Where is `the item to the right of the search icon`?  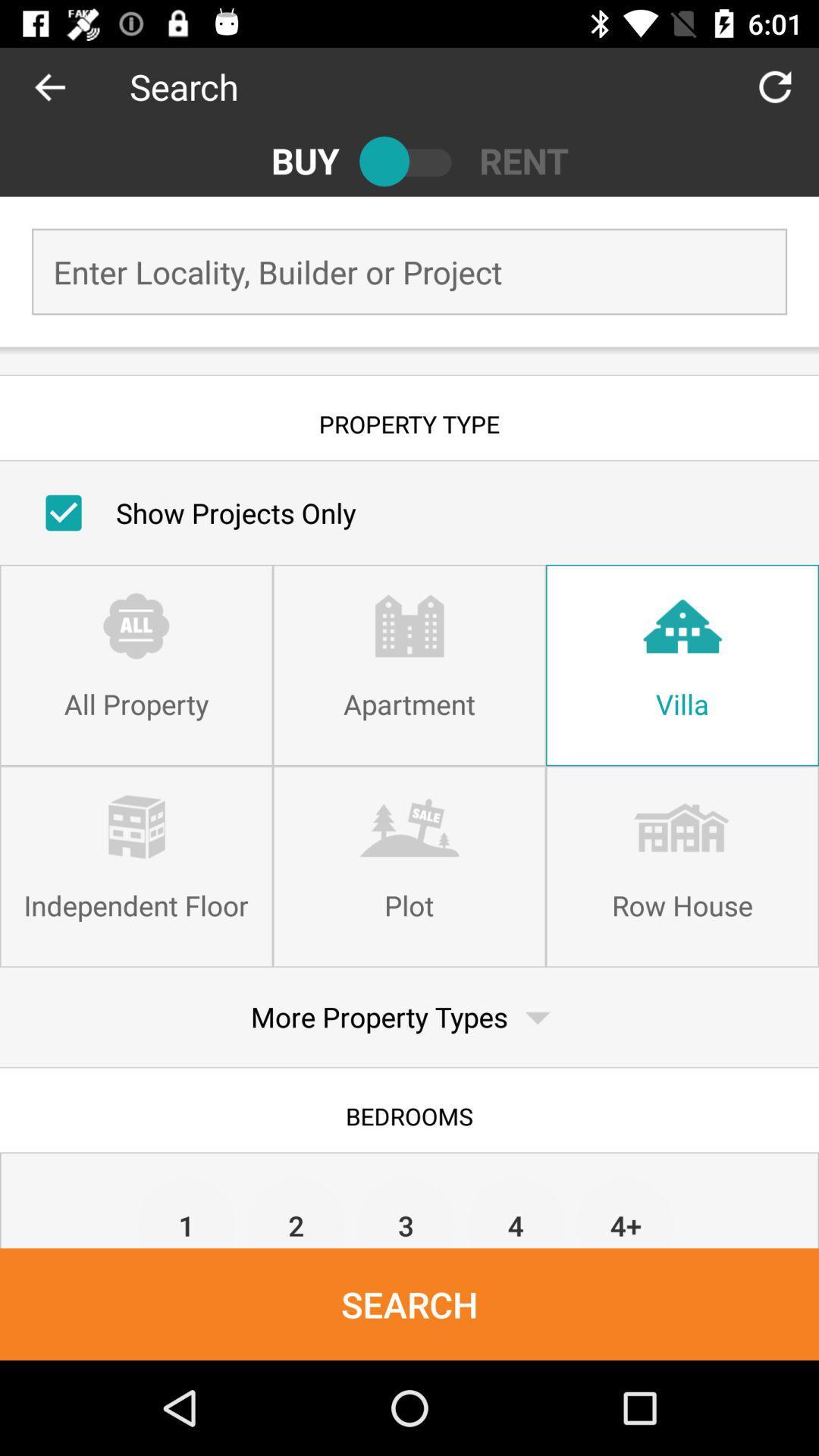
the item to the right of the search icon is located at coordinates (775, 86).